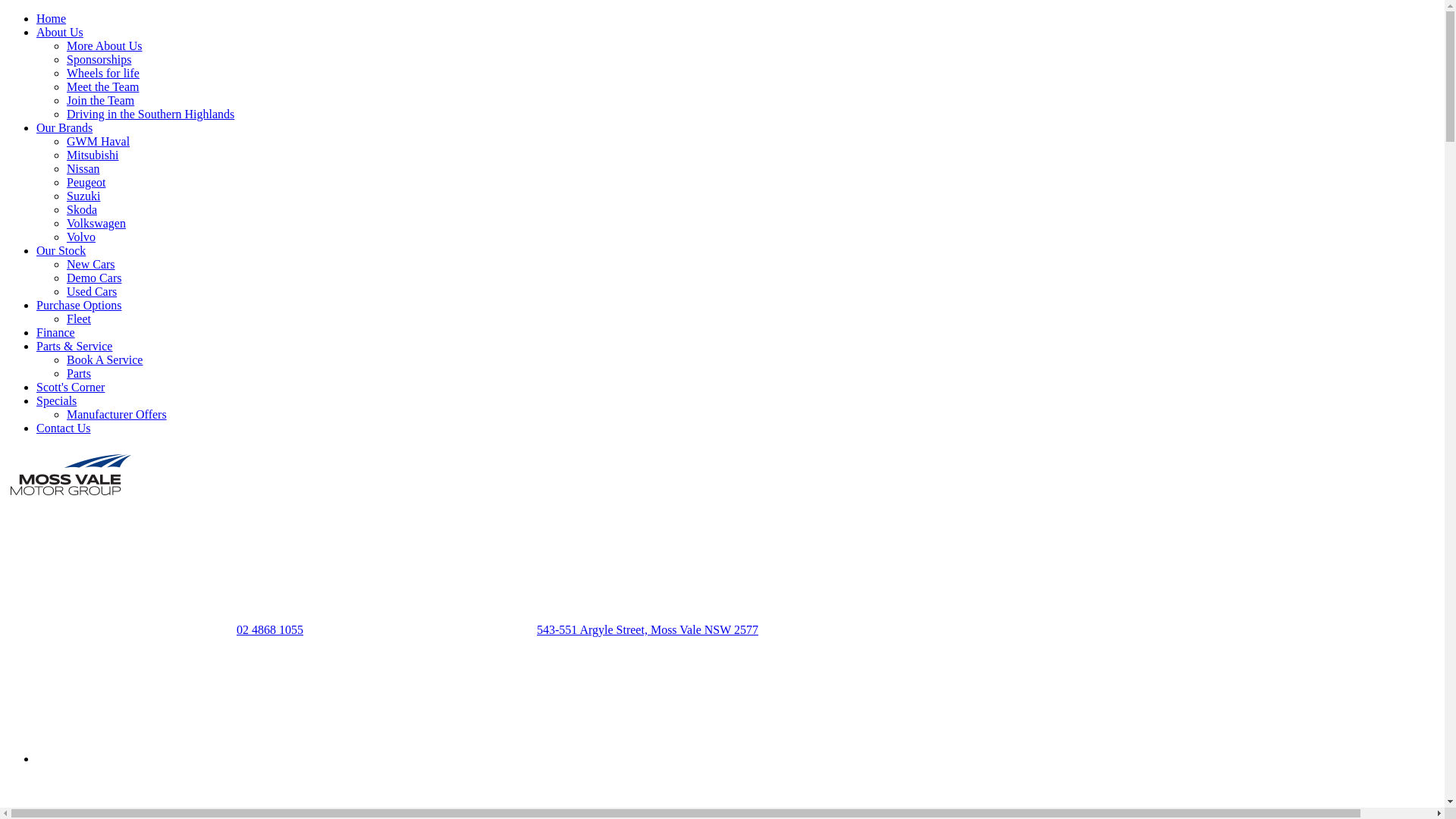 The width and height of the screenshot is (1456, 819). Describe the element at coordinates (150, 113) in the screenshot. I see `'Driving in the Southern Highlands'` at that location.